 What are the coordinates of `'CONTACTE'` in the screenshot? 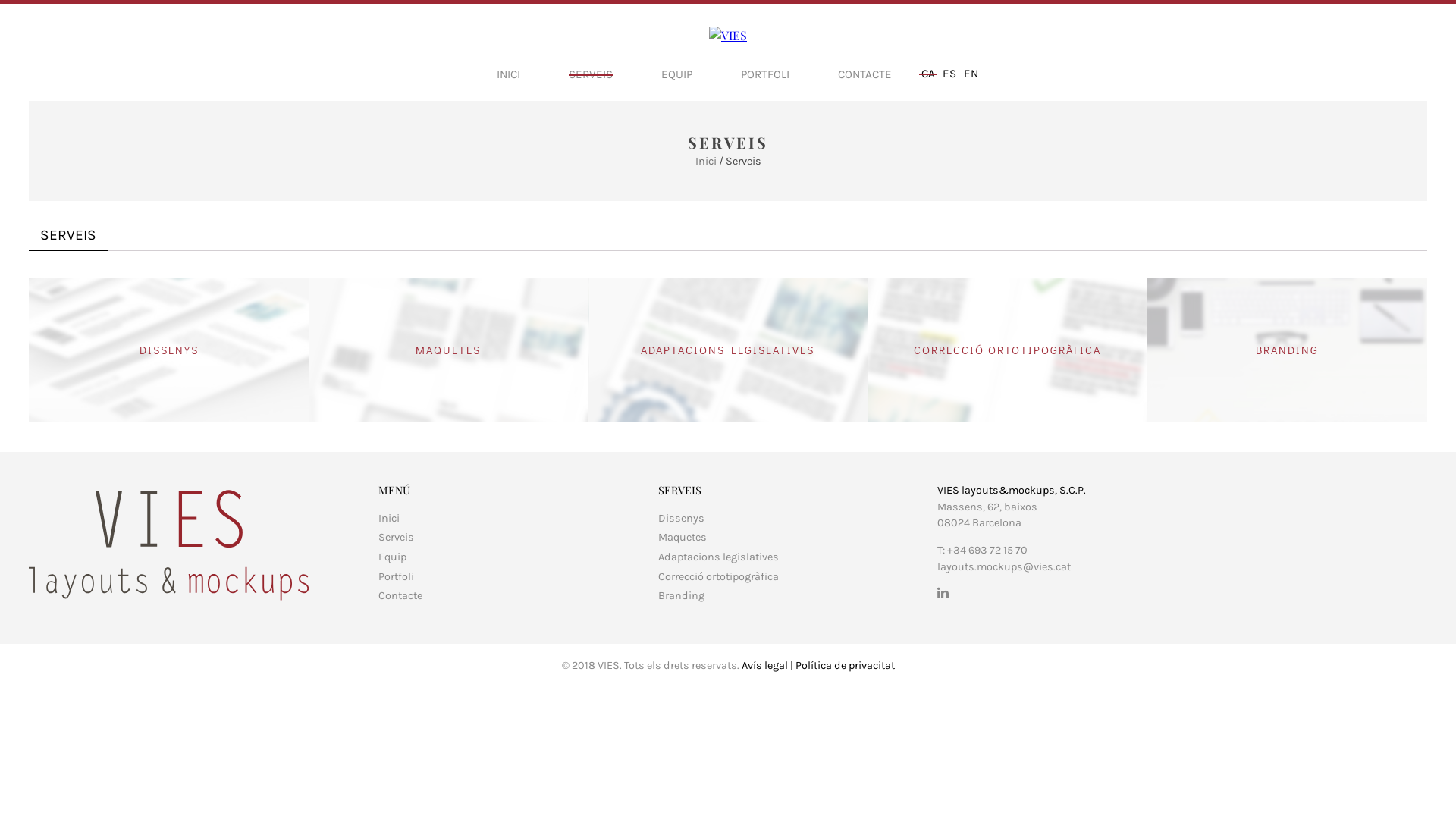 It's located at (864, 74).